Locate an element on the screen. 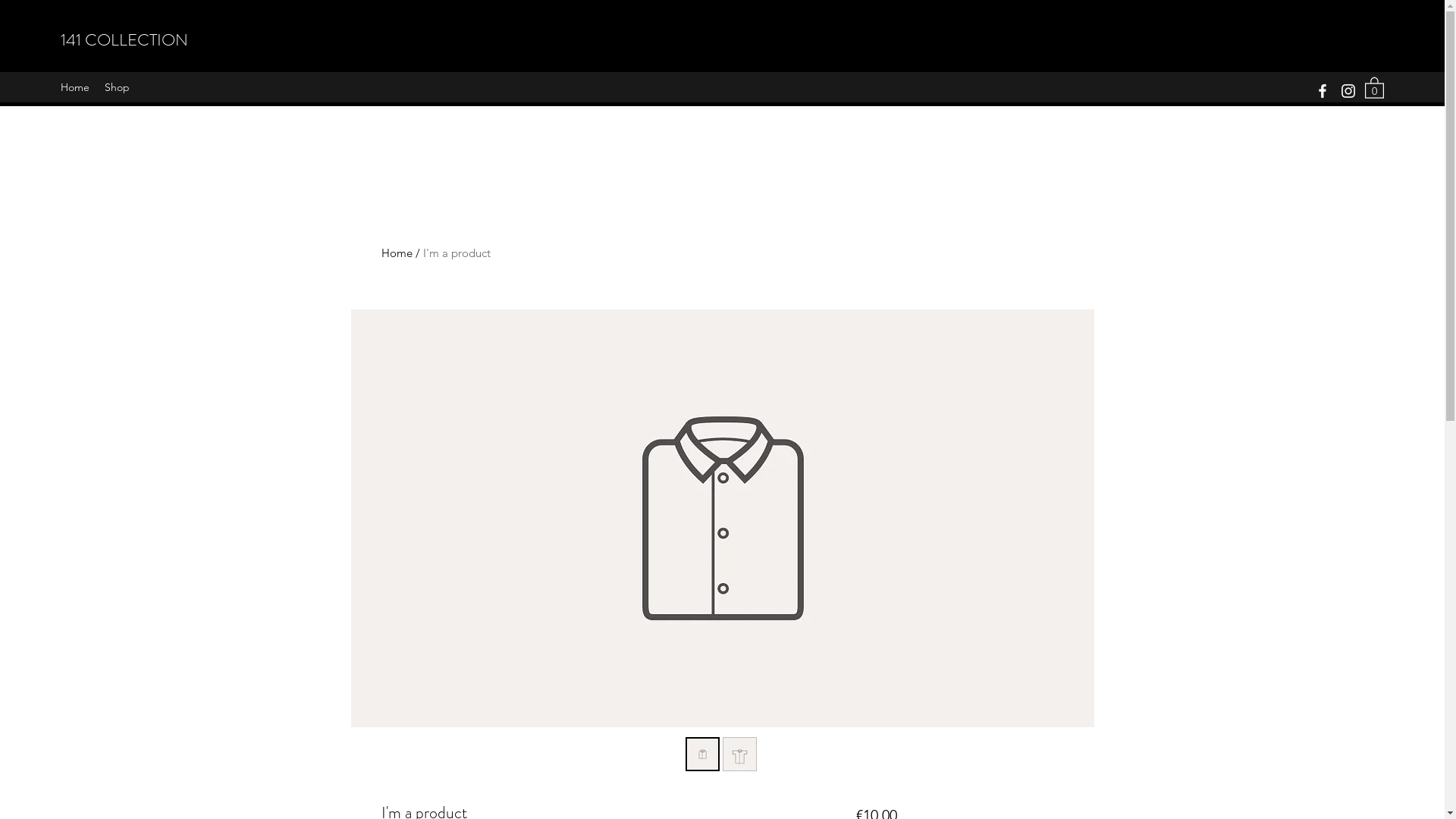 This screenshot has width=1456, height=819. 'Shop' is located at coordinates (116, 87).